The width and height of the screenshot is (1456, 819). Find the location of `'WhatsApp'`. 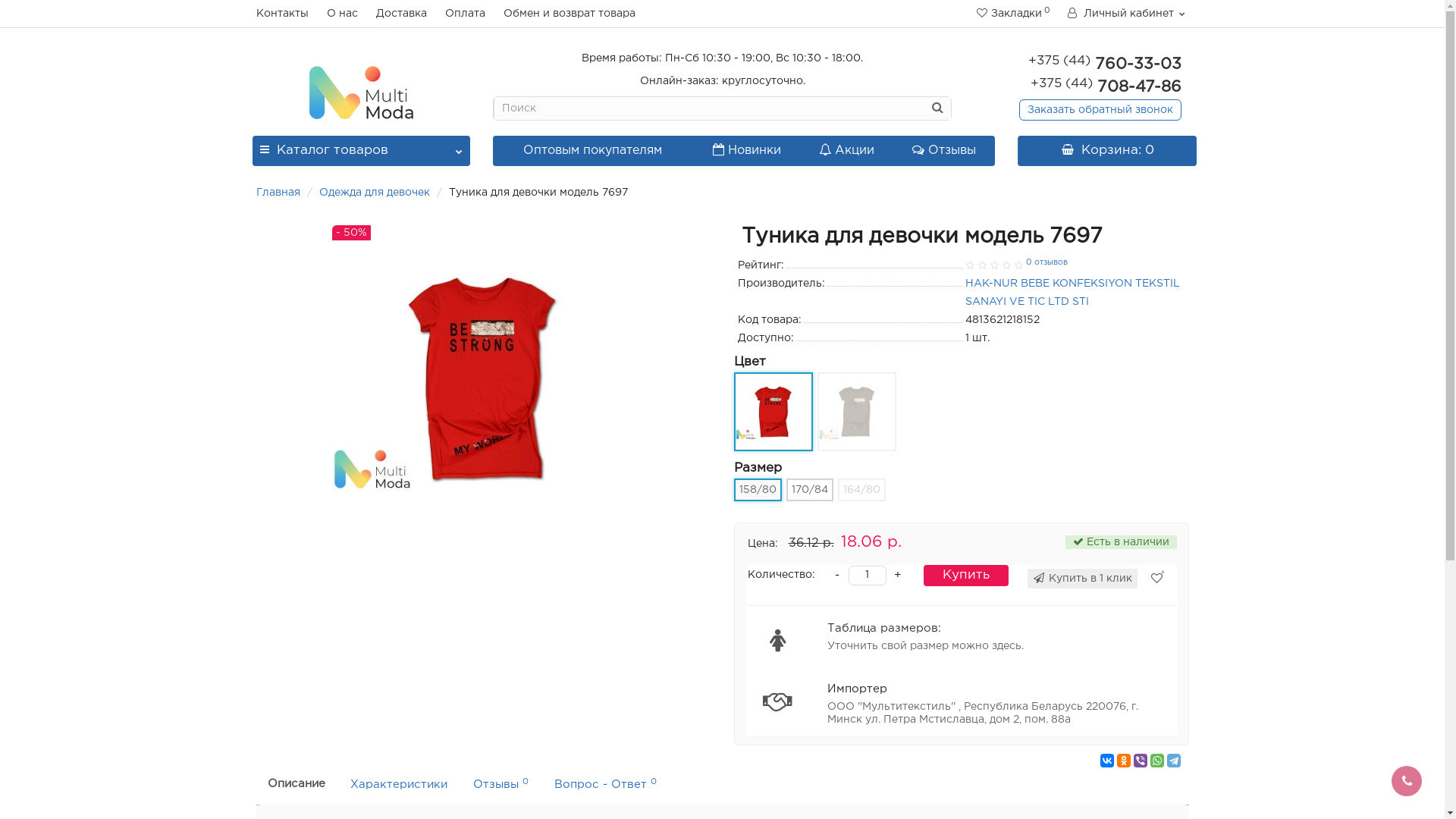

'WhatsApp' is located at coordinates (1156, 760).